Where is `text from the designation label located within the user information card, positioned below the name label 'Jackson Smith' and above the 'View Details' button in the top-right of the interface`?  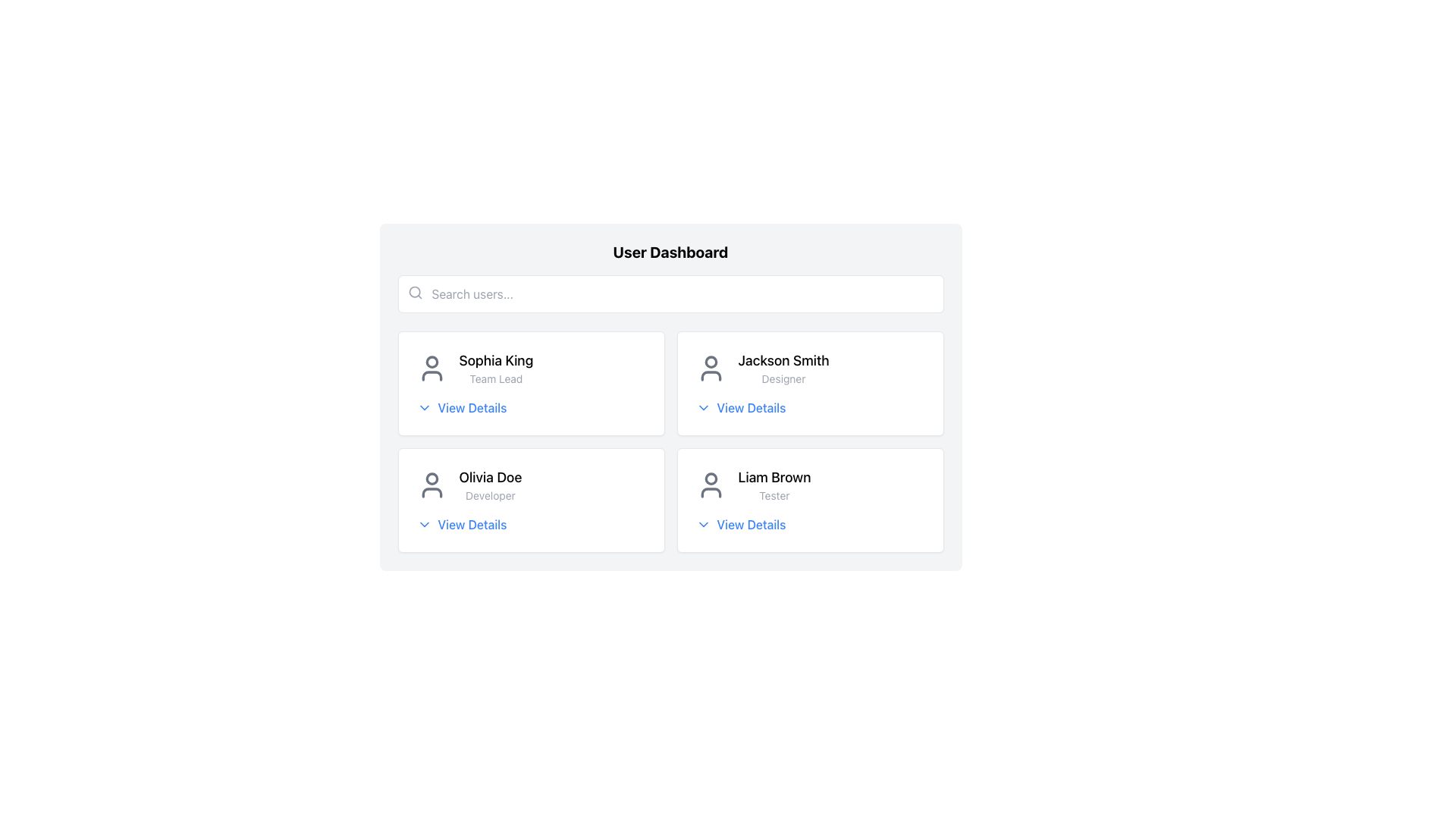 text from the designation label located within the user information card, positioned below the name label 'Jackson Smith' and above the 'View Details' button in the top-right of the interface is located at coordinates (783, 378).